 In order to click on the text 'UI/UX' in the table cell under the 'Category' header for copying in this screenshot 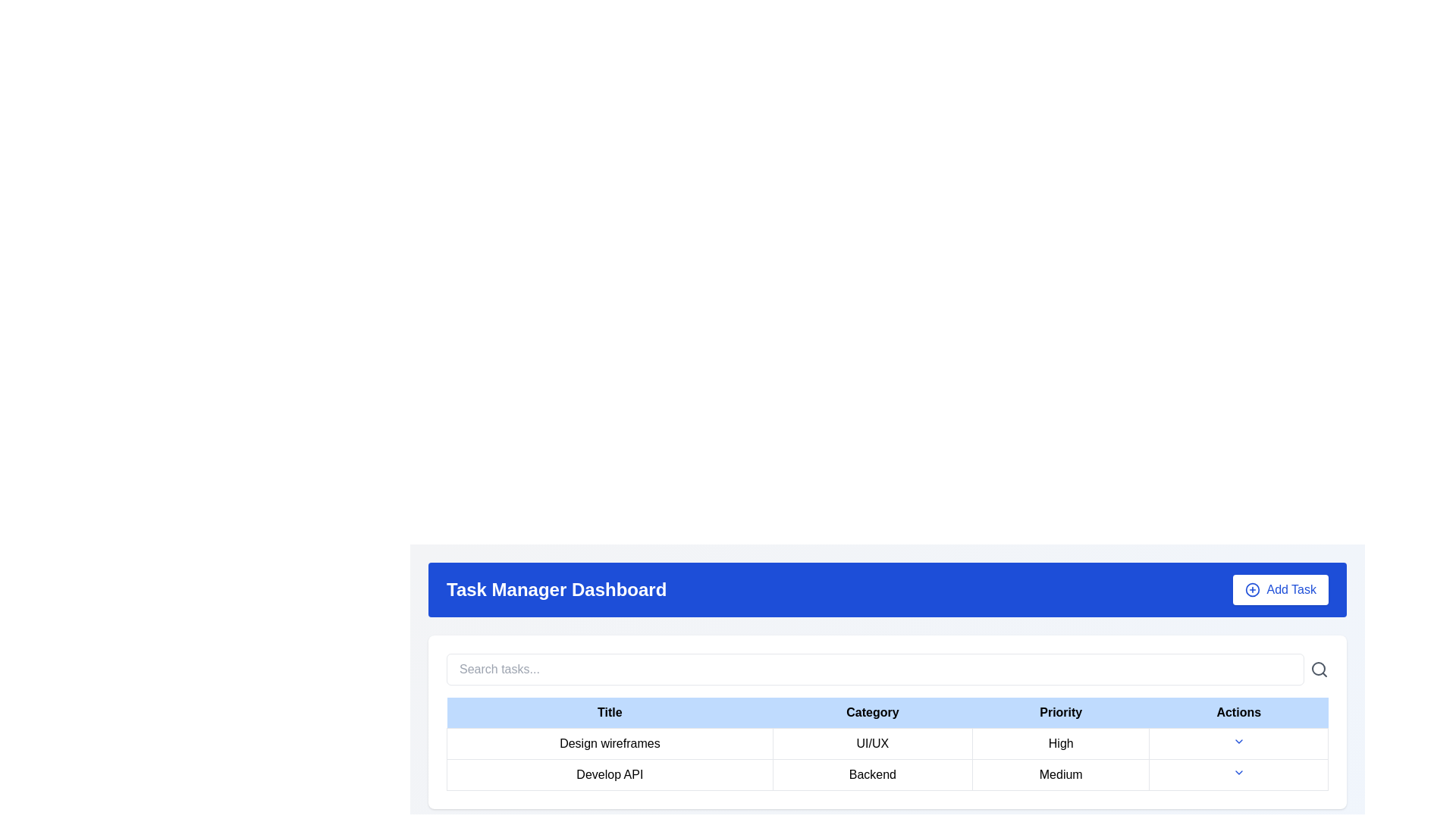, I will do `click(887, 742)`.